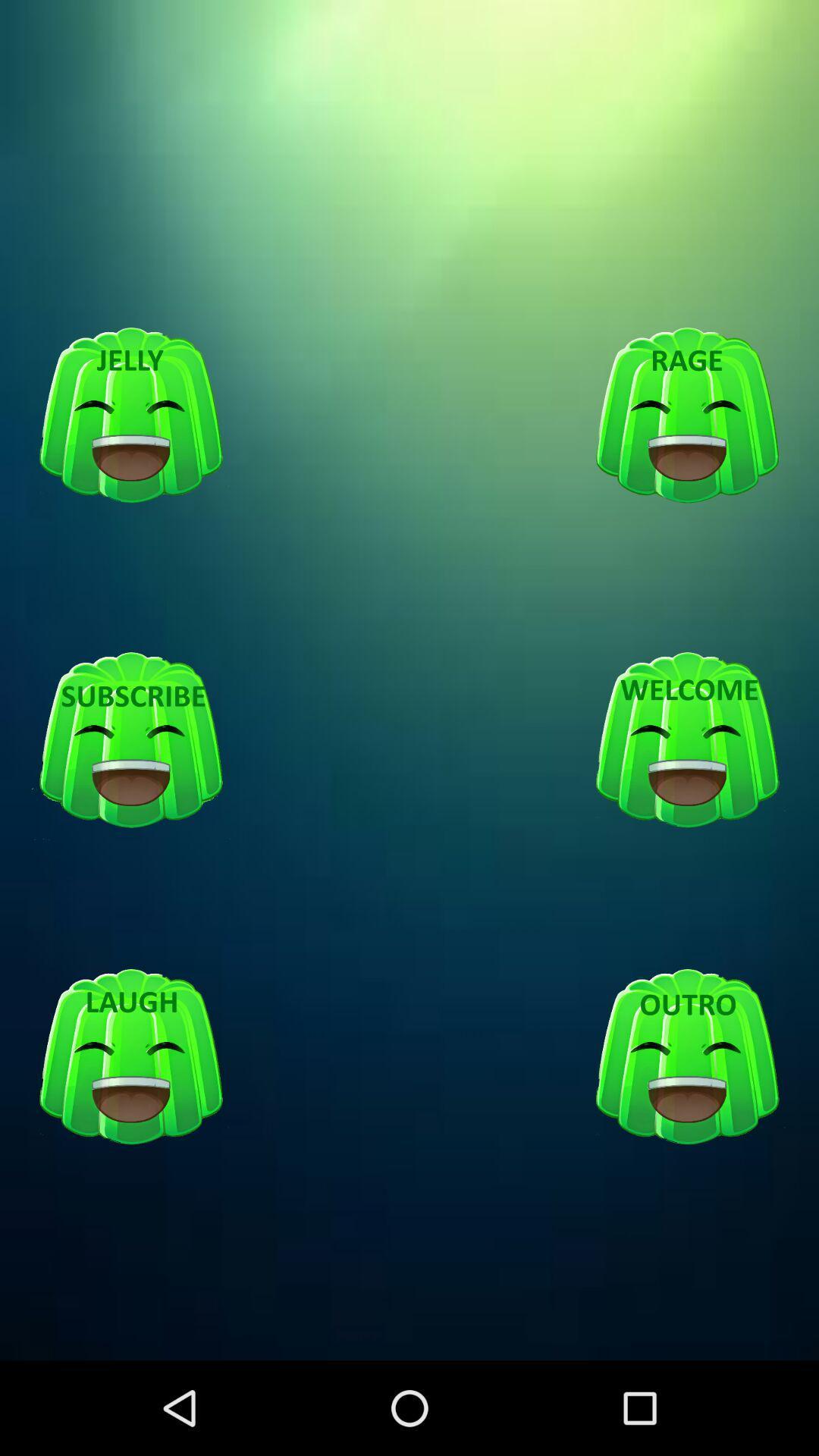 This screenshot has width=819, height=1456. I want to click on open emoji, so click(687, 1057).